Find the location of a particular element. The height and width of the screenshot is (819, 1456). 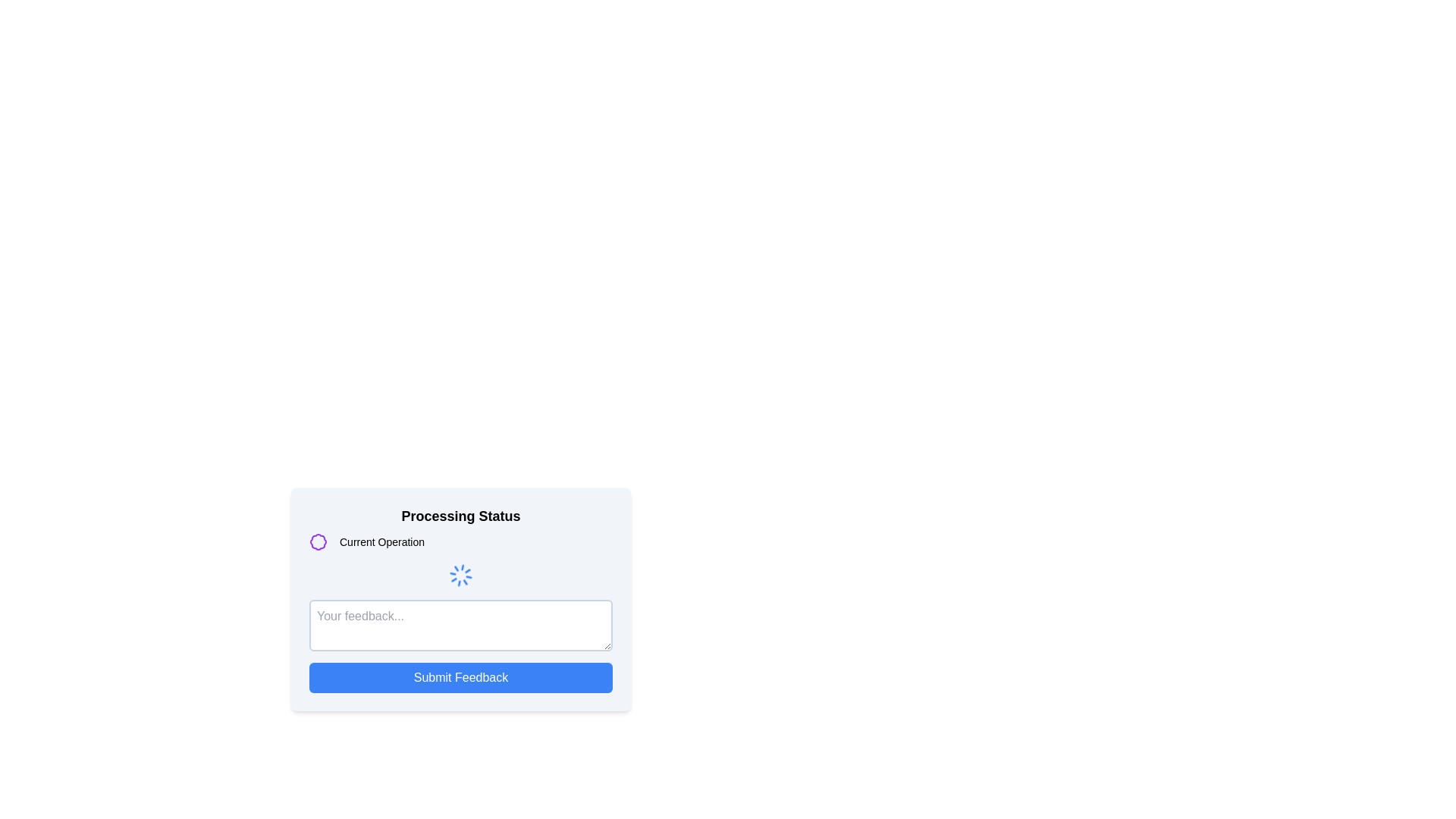

the text label that reads 'Processing Status', which is prominently displayed at the top of its section in bold, large-sized, black font is located at coordinates (460, 516).